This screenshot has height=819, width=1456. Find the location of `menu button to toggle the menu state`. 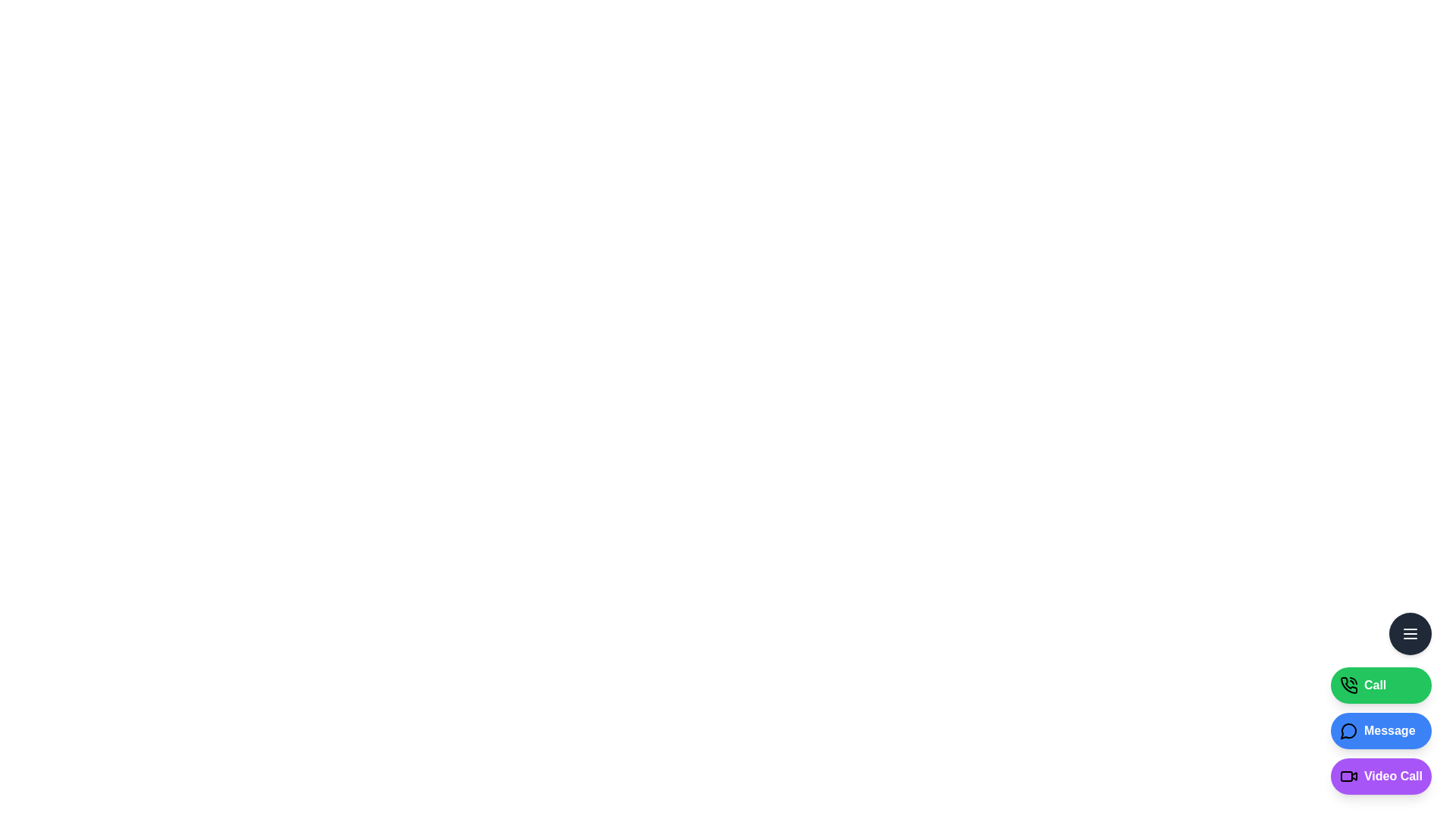

menu button to toggle the menu state is located at coordinates (1410, 634).